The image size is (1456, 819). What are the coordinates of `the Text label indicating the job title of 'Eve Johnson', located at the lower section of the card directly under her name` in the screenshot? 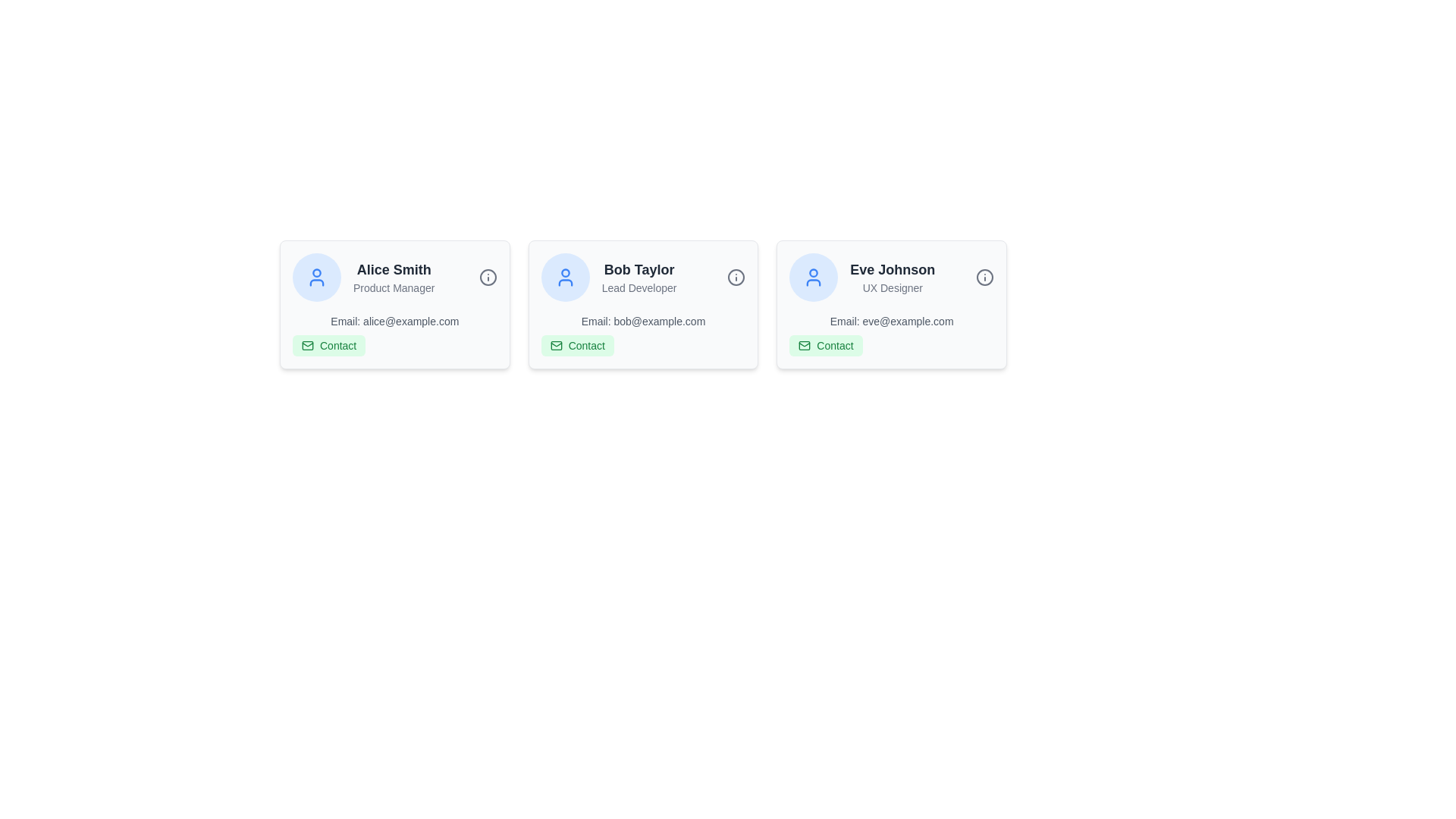 It's located at (893, 288).